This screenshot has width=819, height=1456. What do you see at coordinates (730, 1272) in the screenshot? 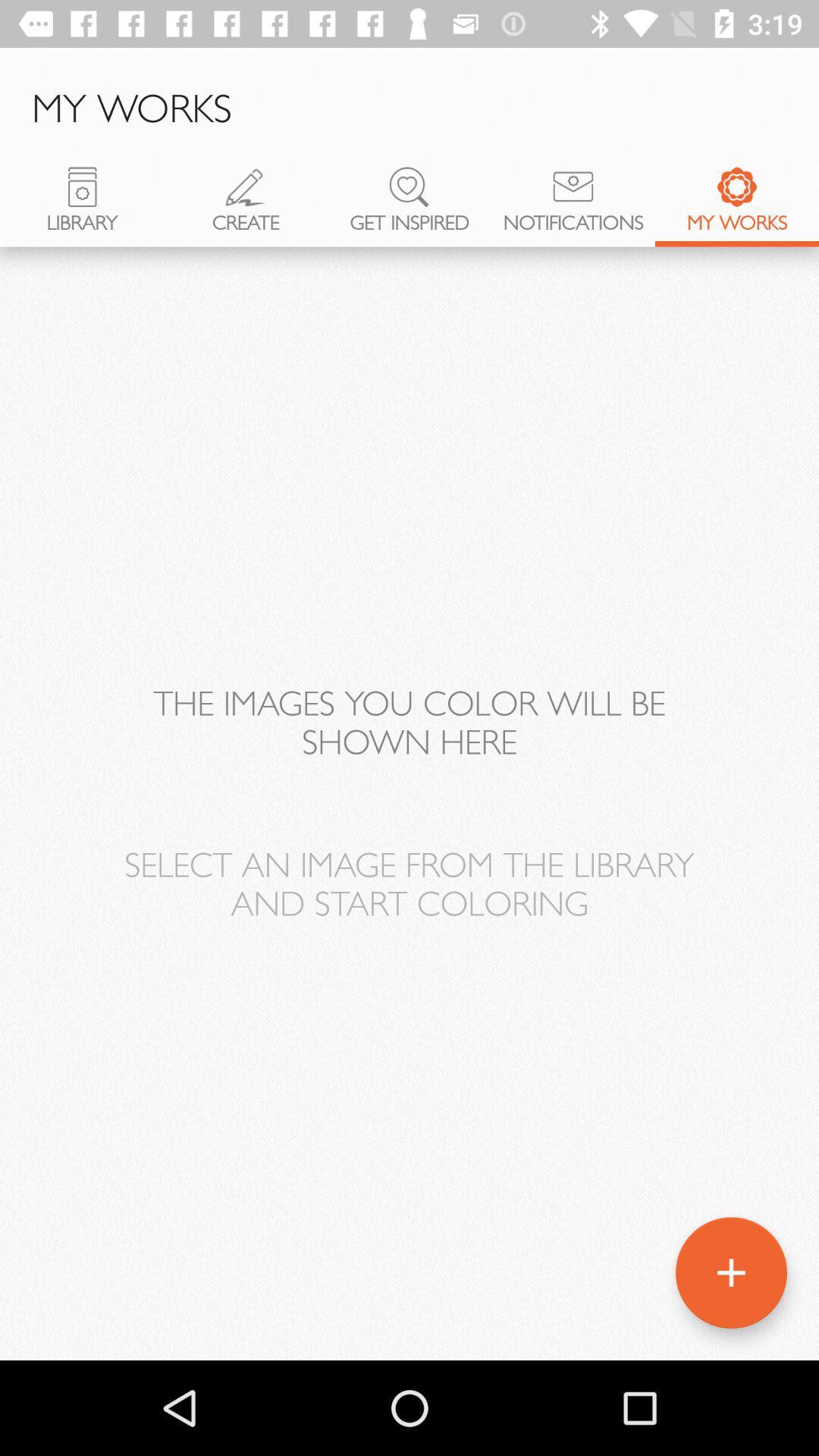
I see `the icon at the bottom right corner` at bounding box center [730, 1272].